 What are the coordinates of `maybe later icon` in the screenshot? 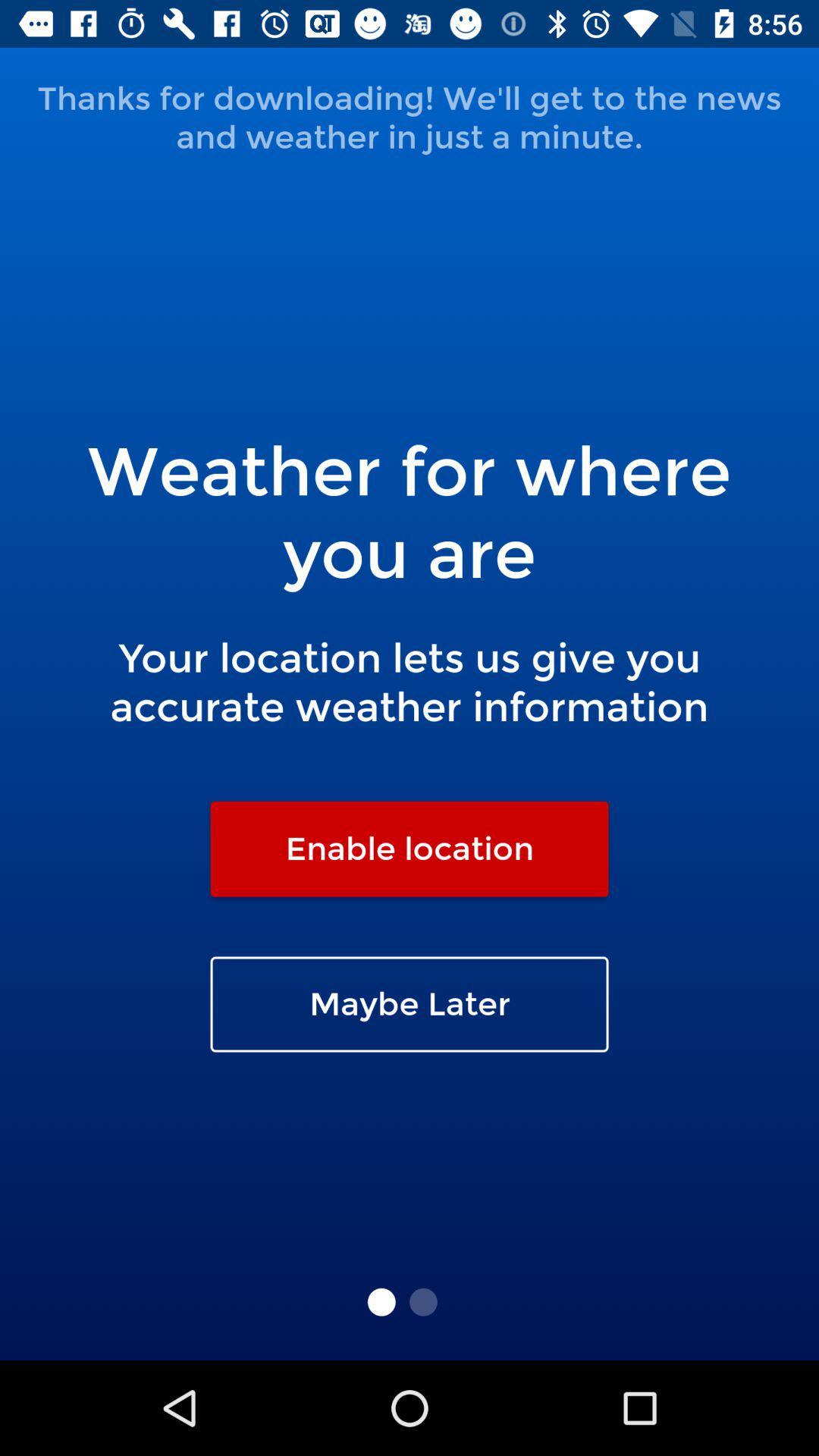 It's located at (409, 1004).